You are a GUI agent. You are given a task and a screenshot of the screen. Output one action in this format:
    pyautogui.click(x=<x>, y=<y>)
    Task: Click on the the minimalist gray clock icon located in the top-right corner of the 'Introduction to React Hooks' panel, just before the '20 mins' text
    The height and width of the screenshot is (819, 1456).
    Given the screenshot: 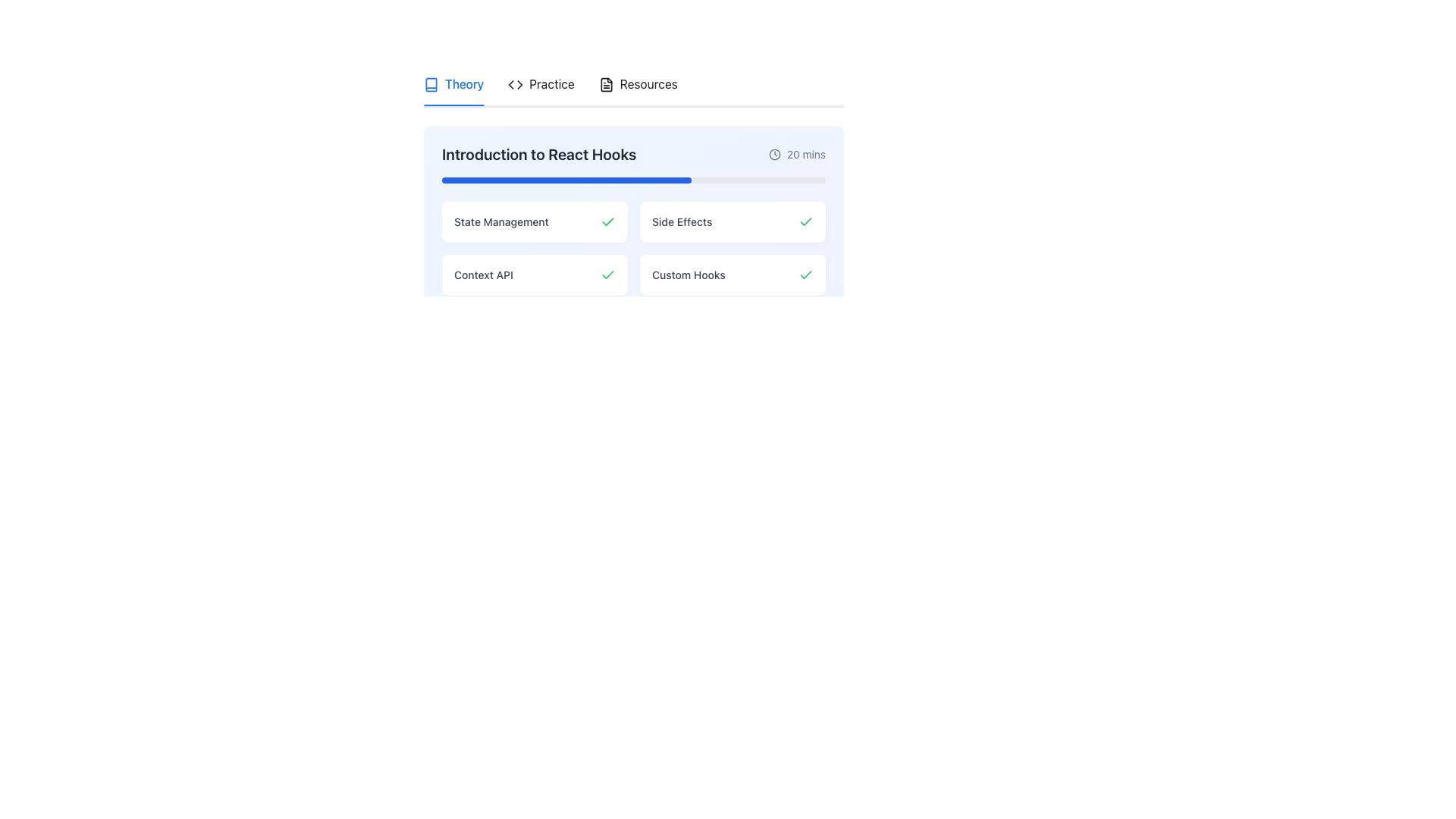 What is the action you would take?
    pyautogui.click(x=774, y=155)
    